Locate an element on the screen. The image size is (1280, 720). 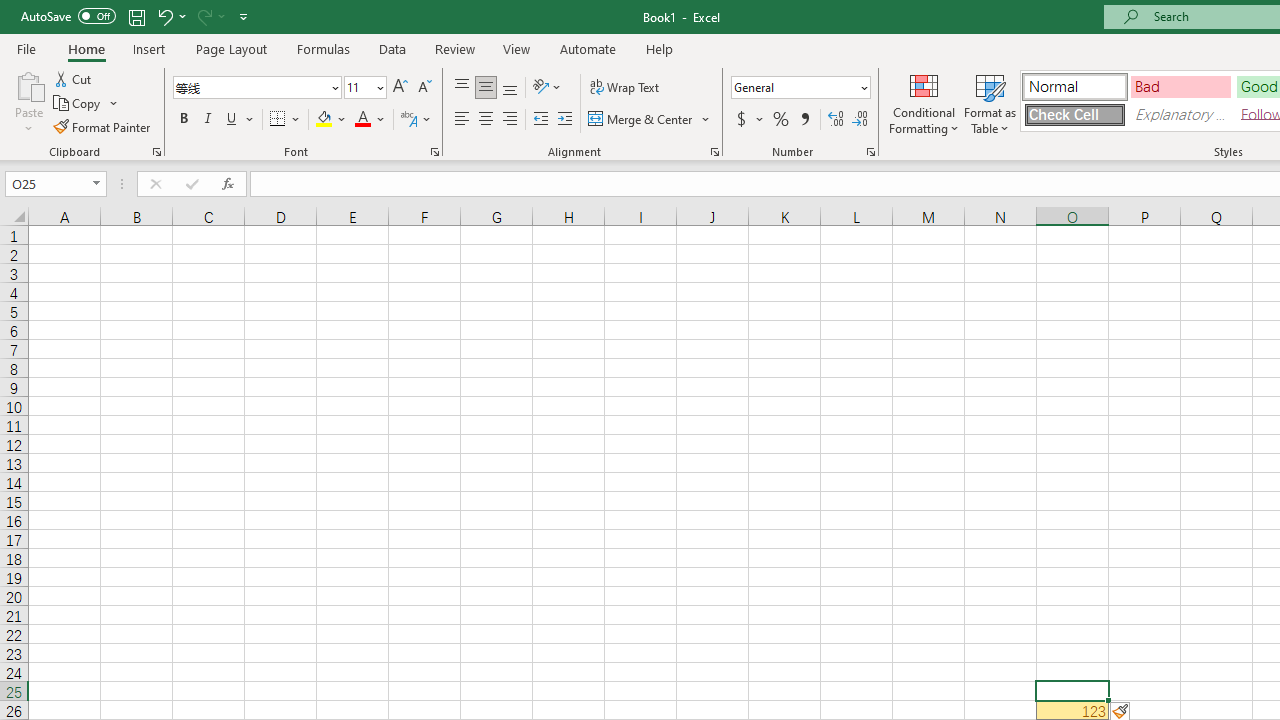
'Decrease Font Size' is located at coordinates (423, 86).